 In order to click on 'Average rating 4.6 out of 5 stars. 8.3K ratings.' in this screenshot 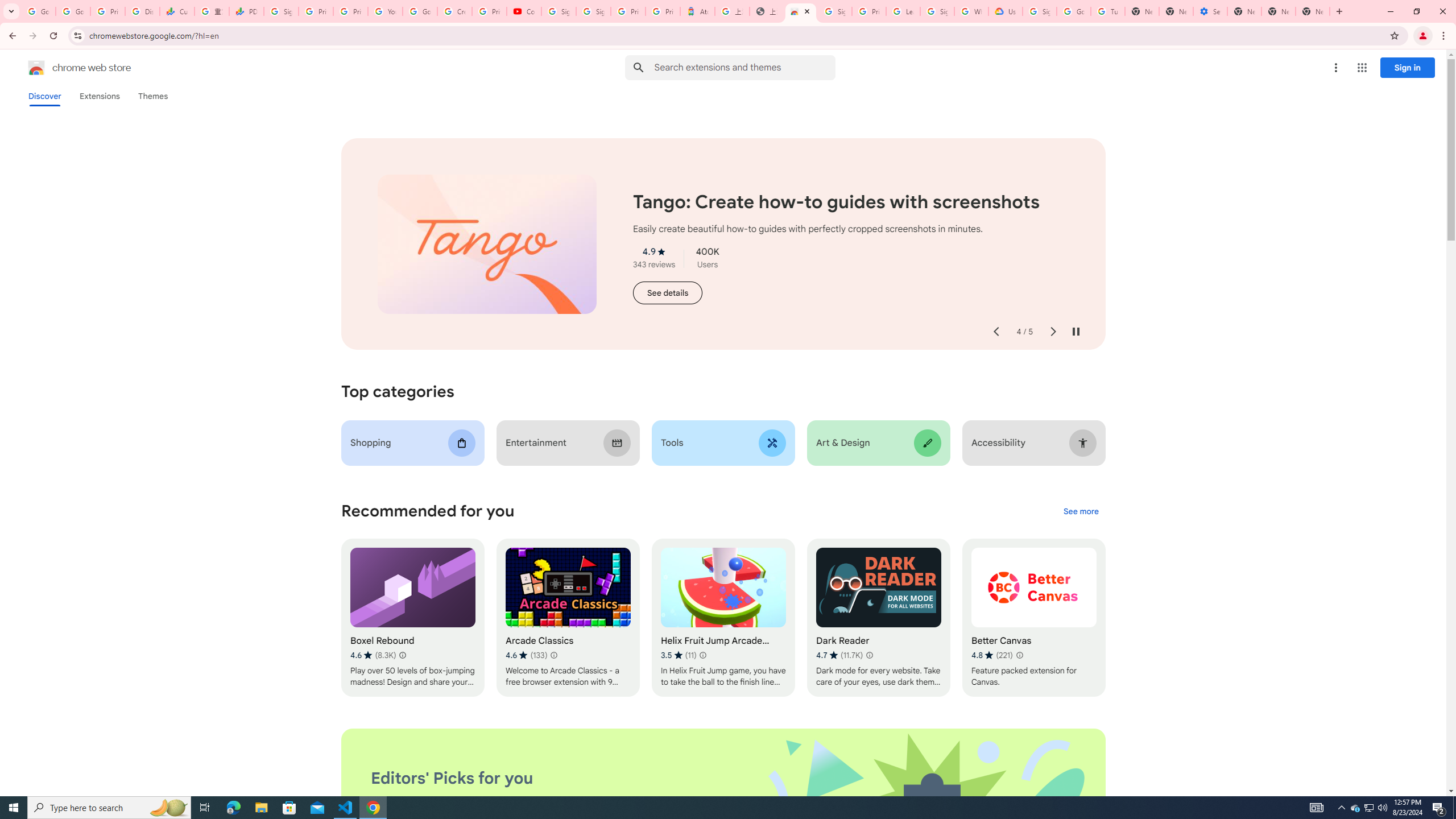, I will do `click(373, 655)`.